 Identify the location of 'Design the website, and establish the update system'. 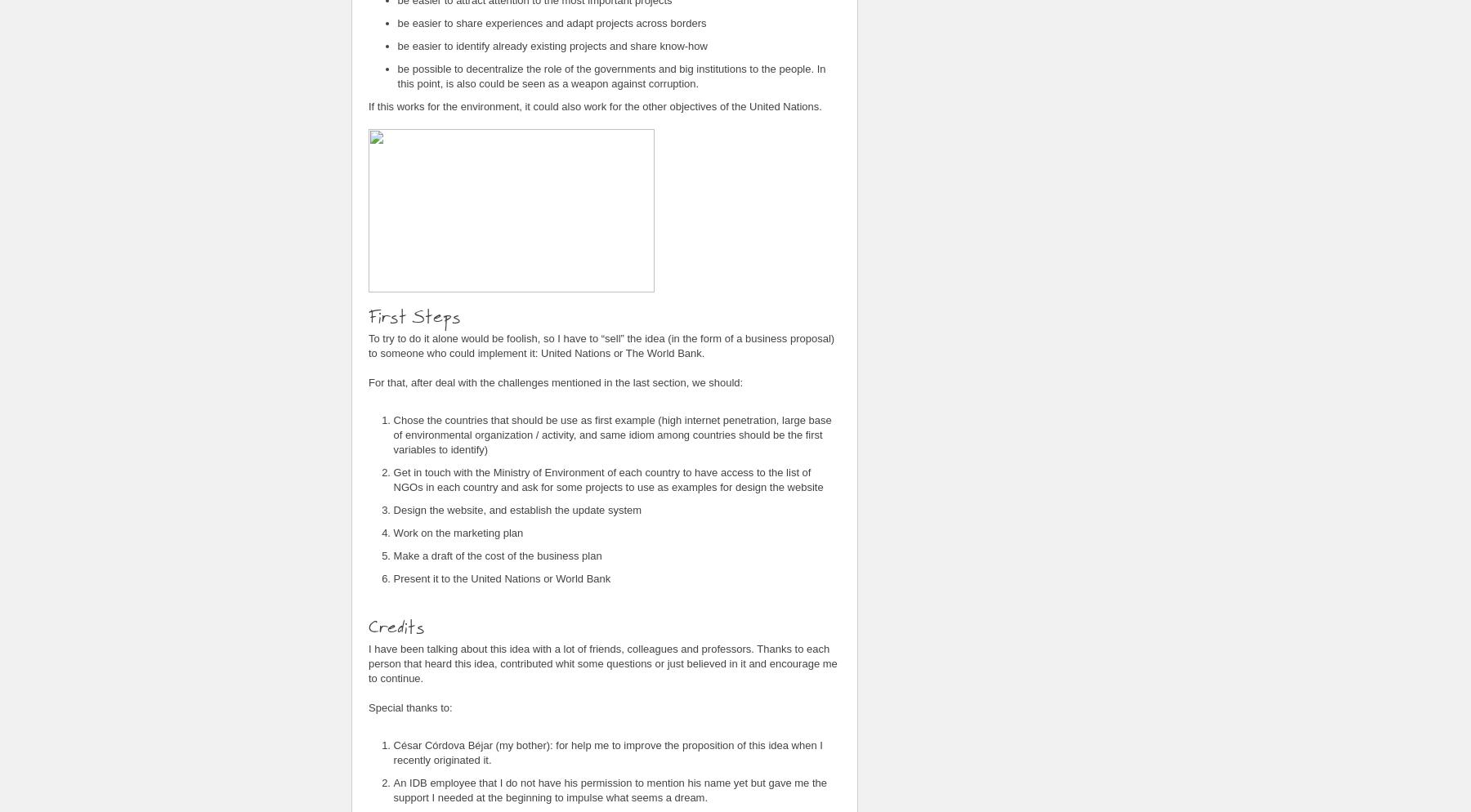
(517, 508).